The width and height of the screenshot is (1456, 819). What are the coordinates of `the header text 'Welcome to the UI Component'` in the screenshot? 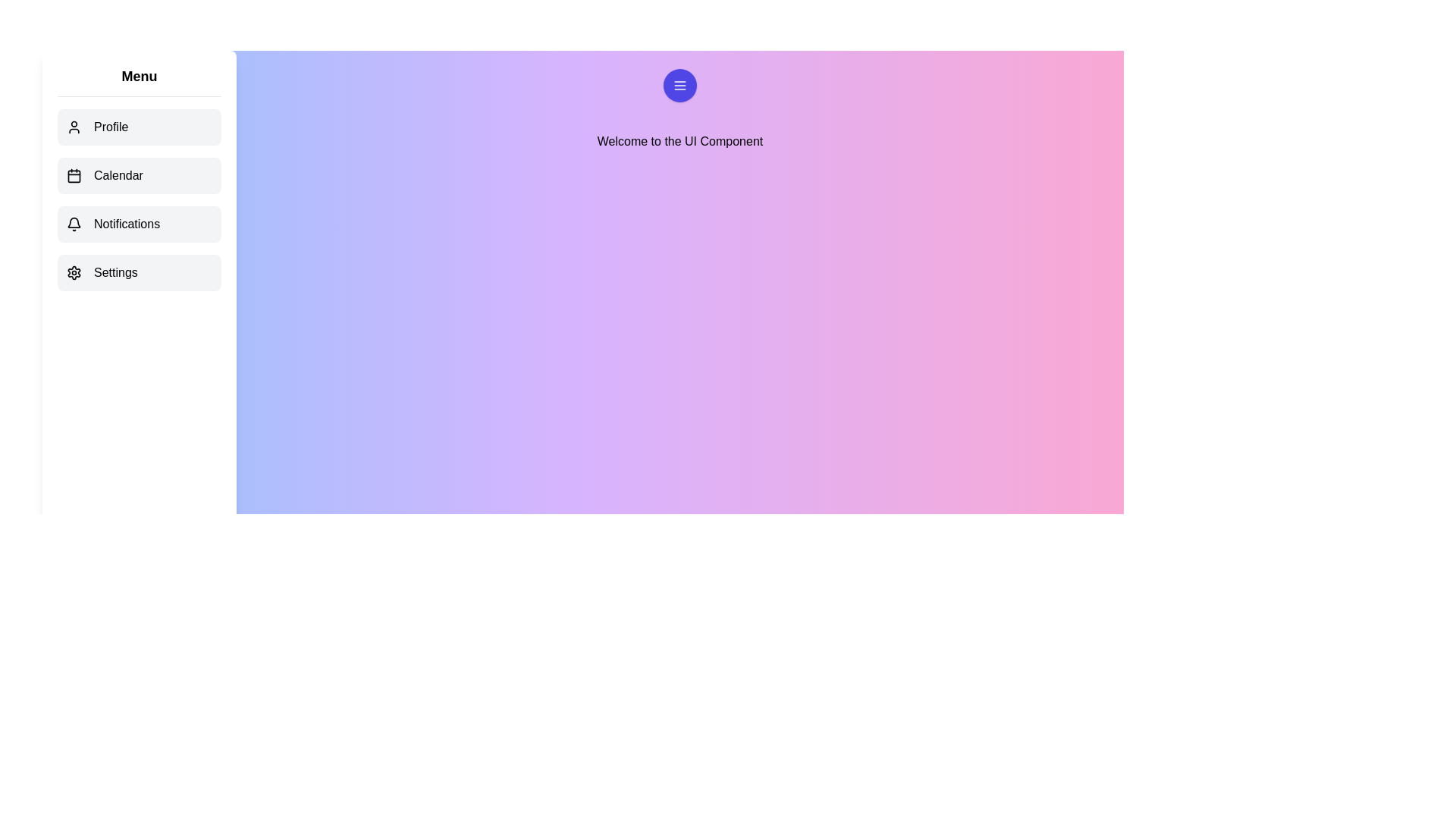 It's located at (679, 141).